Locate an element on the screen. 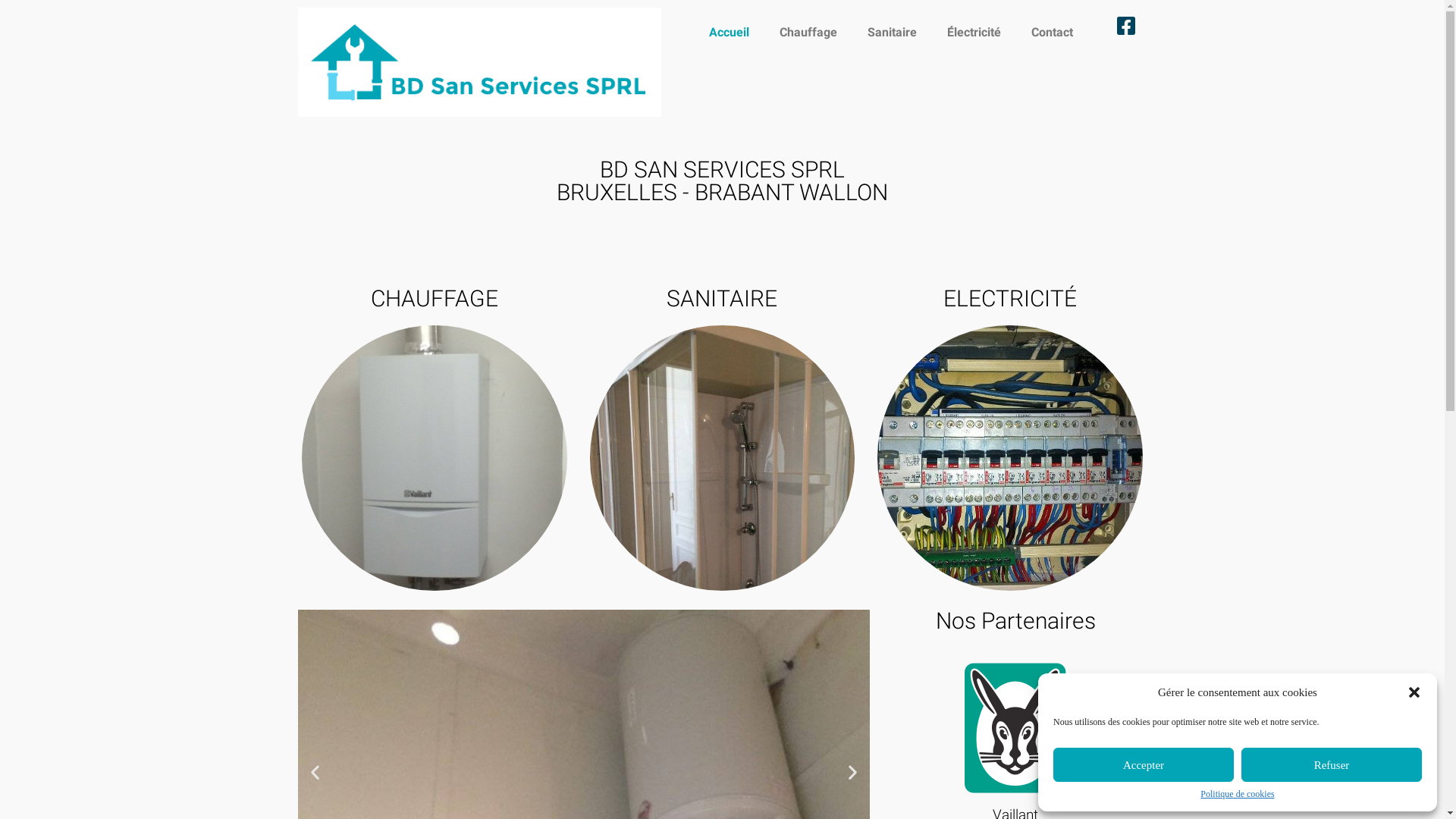 This screenshot has height=819, width=1456. 'Politique de cookies' is located at coordinates (1237, 794).